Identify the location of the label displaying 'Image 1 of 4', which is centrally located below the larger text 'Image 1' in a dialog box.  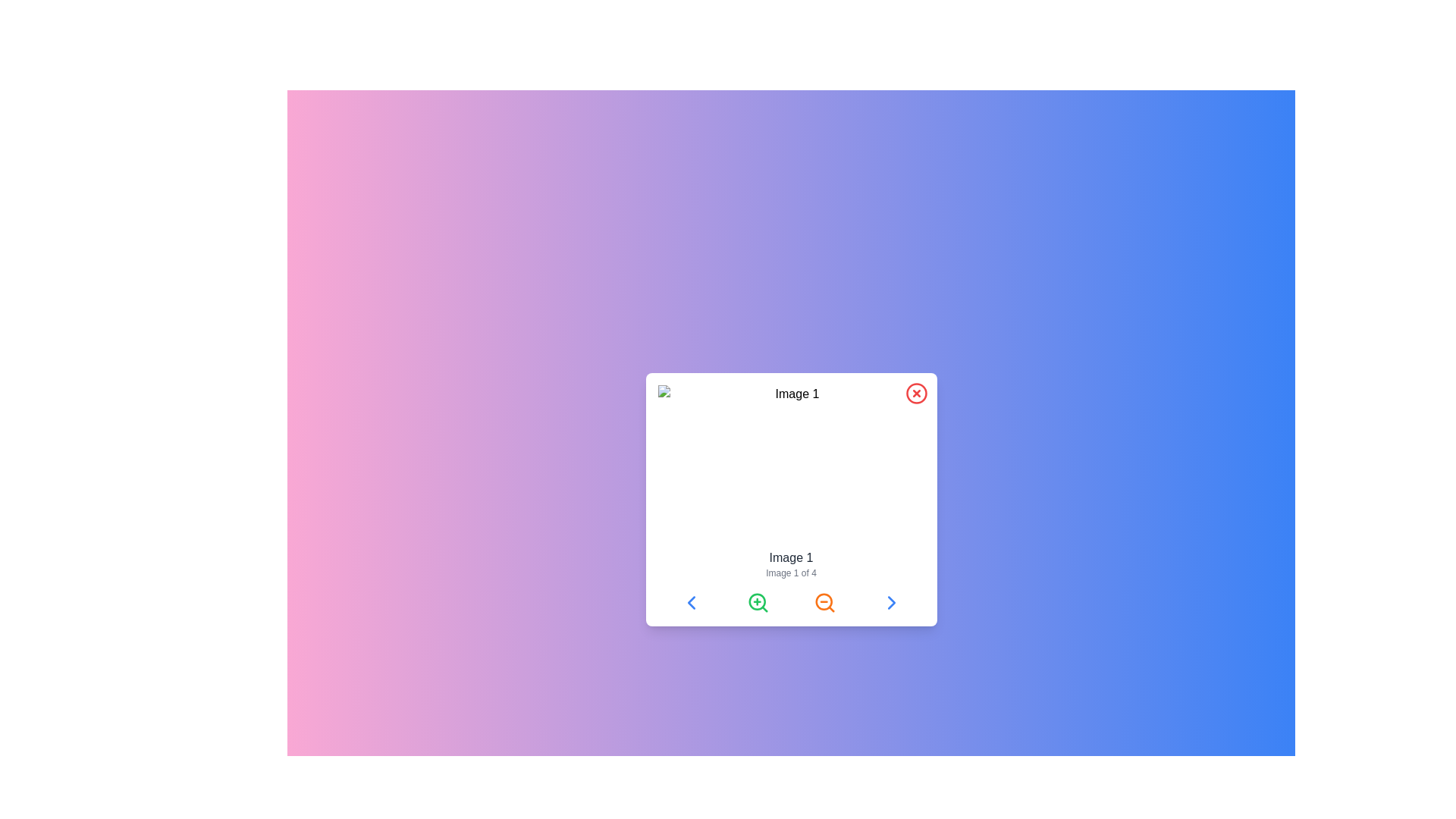
(790, 573).